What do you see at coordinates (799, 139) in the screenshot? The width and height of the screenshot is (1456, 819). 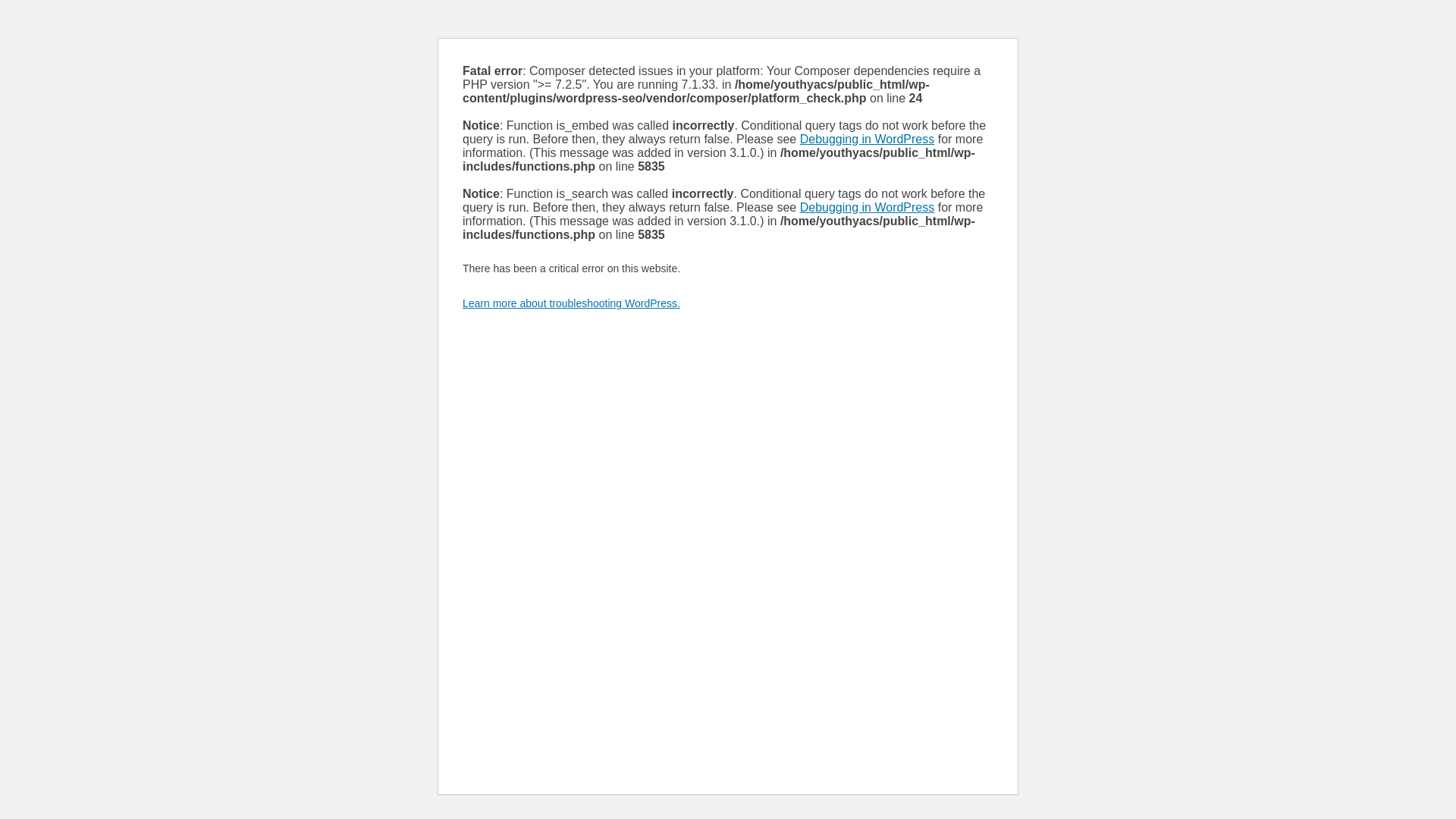 I see `'Debugging in WordPress'` at bounding box center [799, 139].